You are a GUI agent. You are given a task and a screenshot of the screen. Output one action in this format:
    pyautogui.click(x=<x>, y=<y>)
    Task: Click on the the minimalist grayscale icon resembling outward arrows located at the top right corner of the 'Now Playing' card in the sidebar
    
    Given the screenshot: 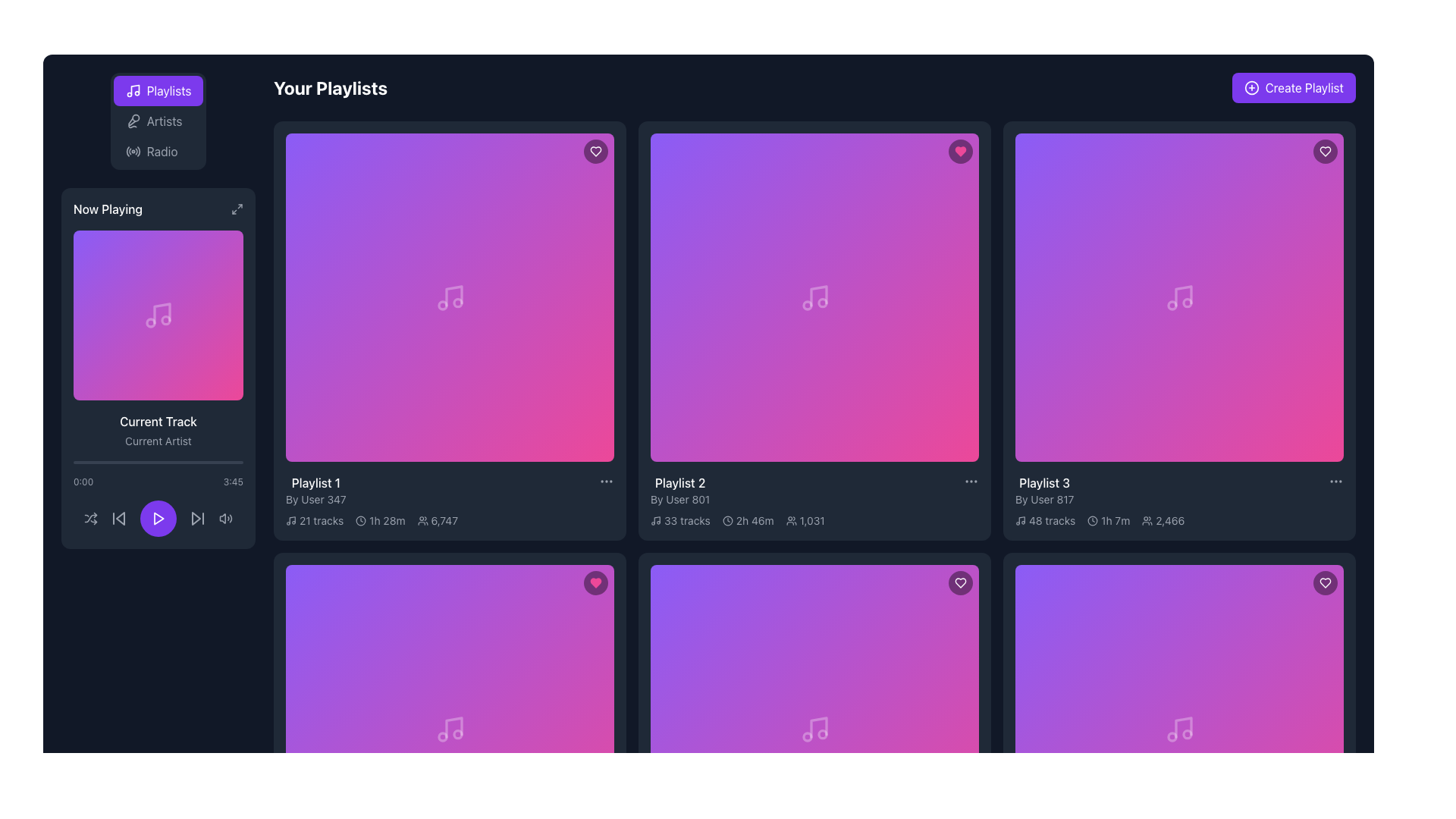 What is the action you would take?
    pyautogui.click(x=236, y=209)
    